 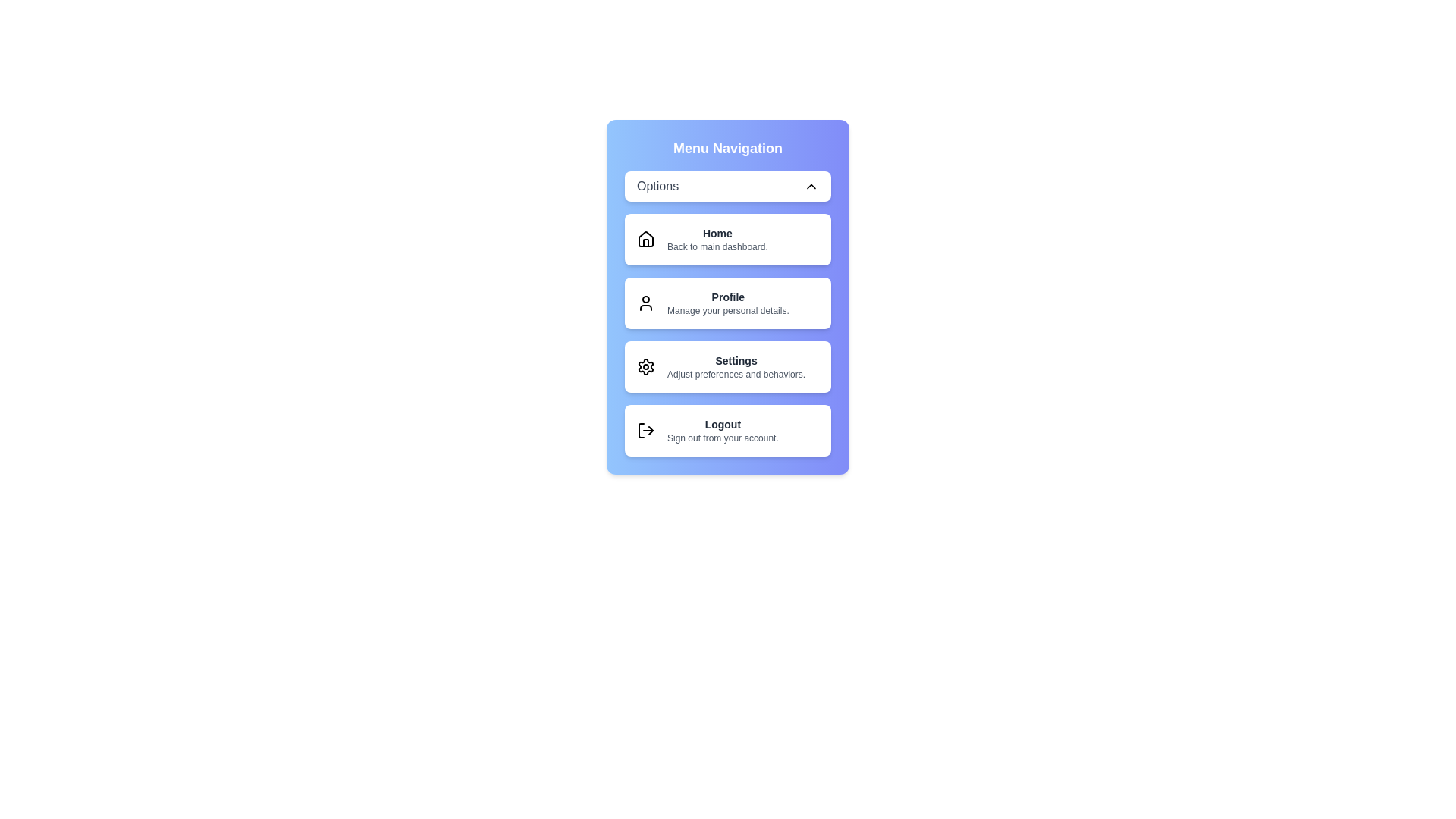 What do you see at coordinates (645, 239) in the screenshot?
I see `the icon corresponding to the menu item Home` at bounding box center [645, 239].